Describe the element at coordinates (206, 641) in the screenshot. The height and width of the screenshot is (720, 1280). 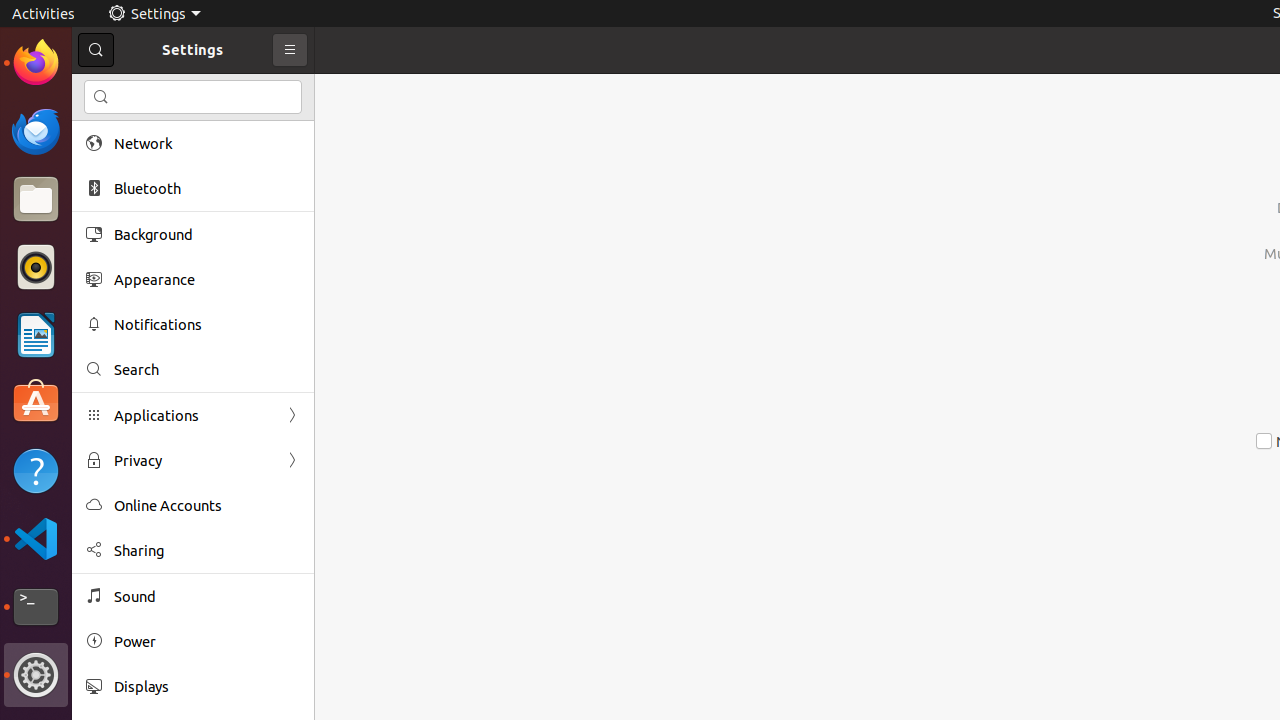
I see `'Power'` at that location.